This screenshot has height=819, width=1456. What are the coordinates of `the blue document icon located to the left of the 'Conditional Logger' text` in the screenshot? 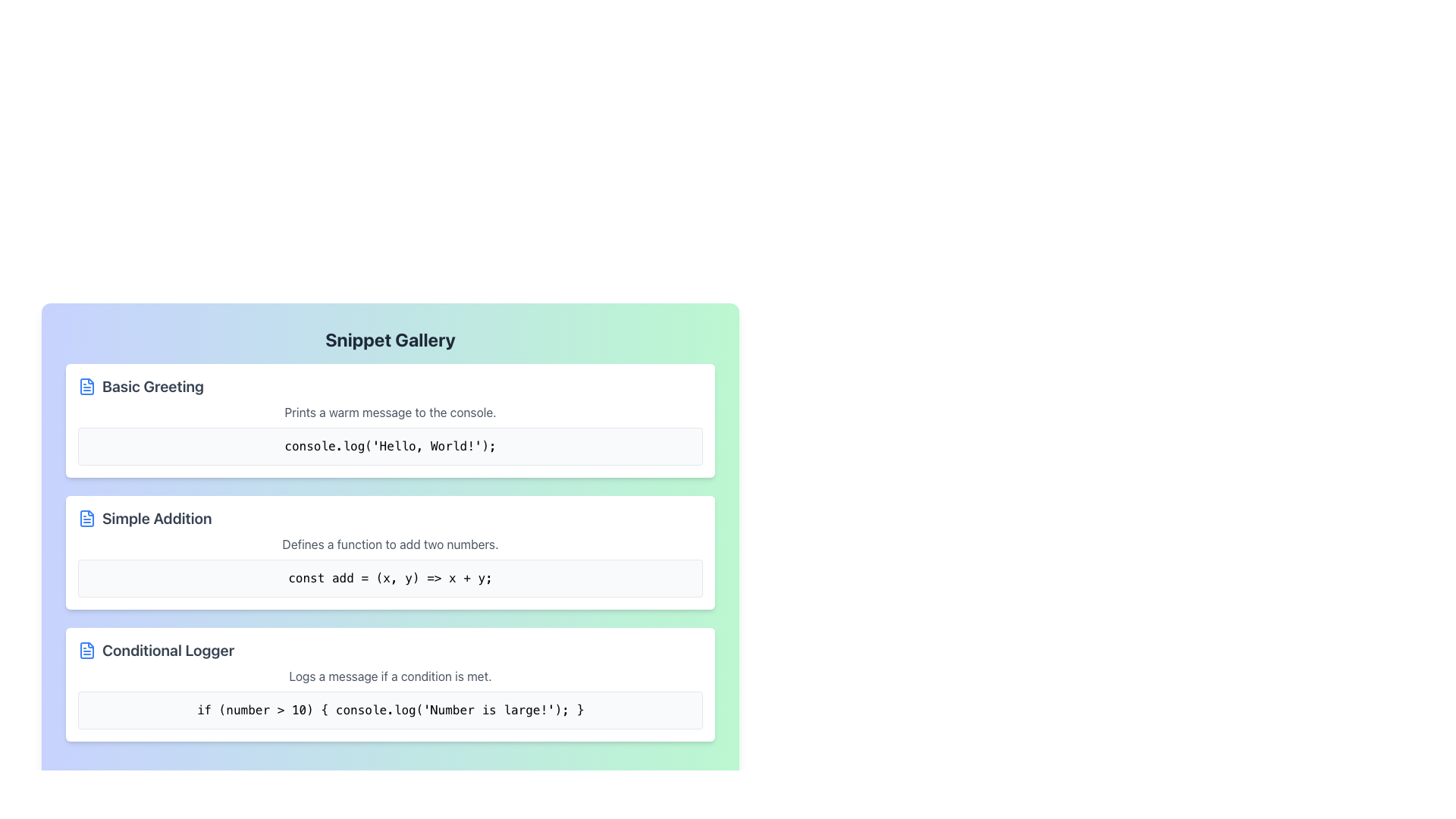 It's located at (86, 649).